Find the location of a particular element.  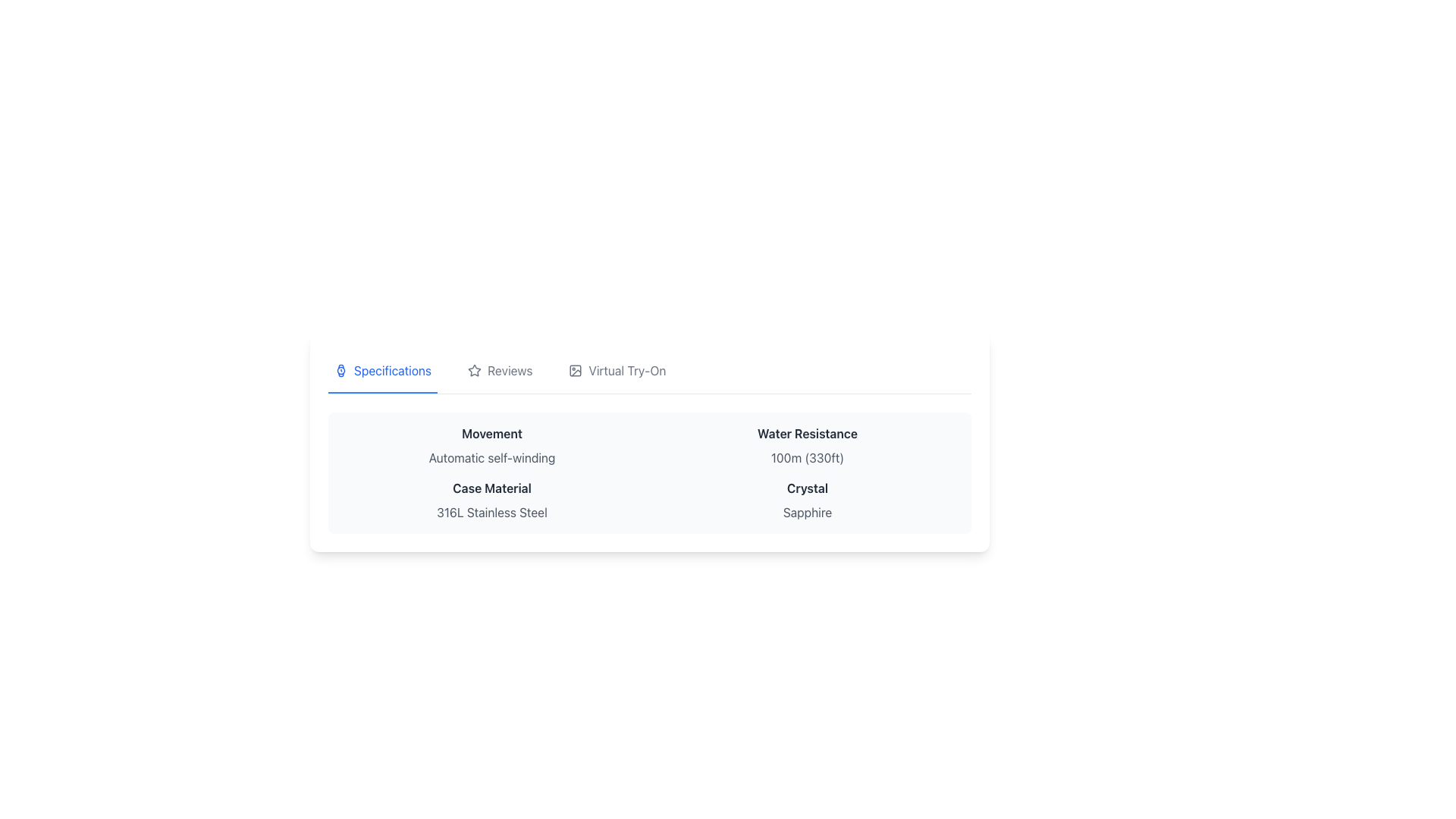

displayed specifications in the Information Display Section, which provides detailed information about the product's features such as Movement type, Water Resistance level, and materials used is located at coordinates (650, 441).